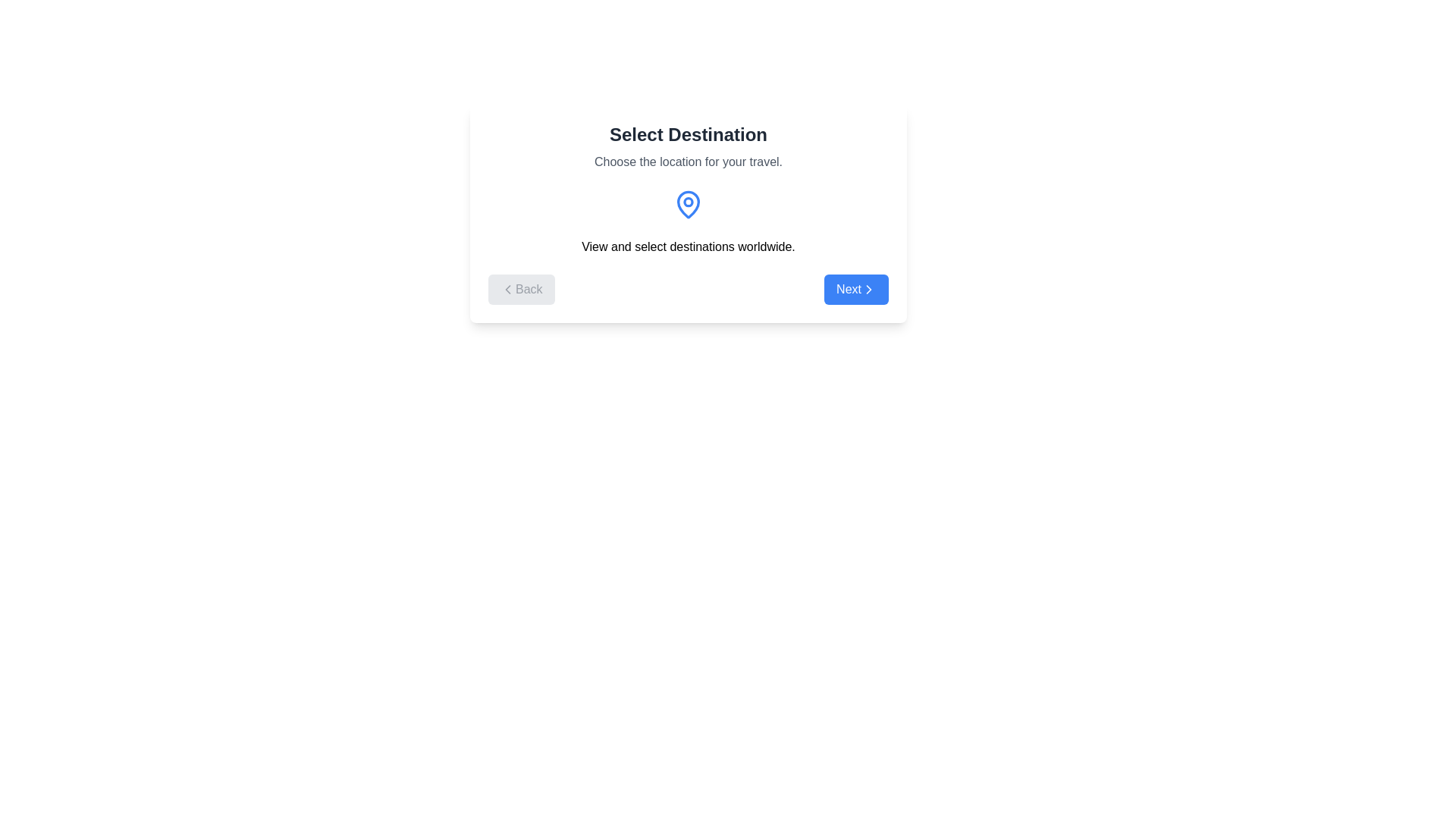  I want to click on the static text element that contains the message 'Choose the location for your travel.' which is positioned below the header 'Select Destination', so click(687, 162).